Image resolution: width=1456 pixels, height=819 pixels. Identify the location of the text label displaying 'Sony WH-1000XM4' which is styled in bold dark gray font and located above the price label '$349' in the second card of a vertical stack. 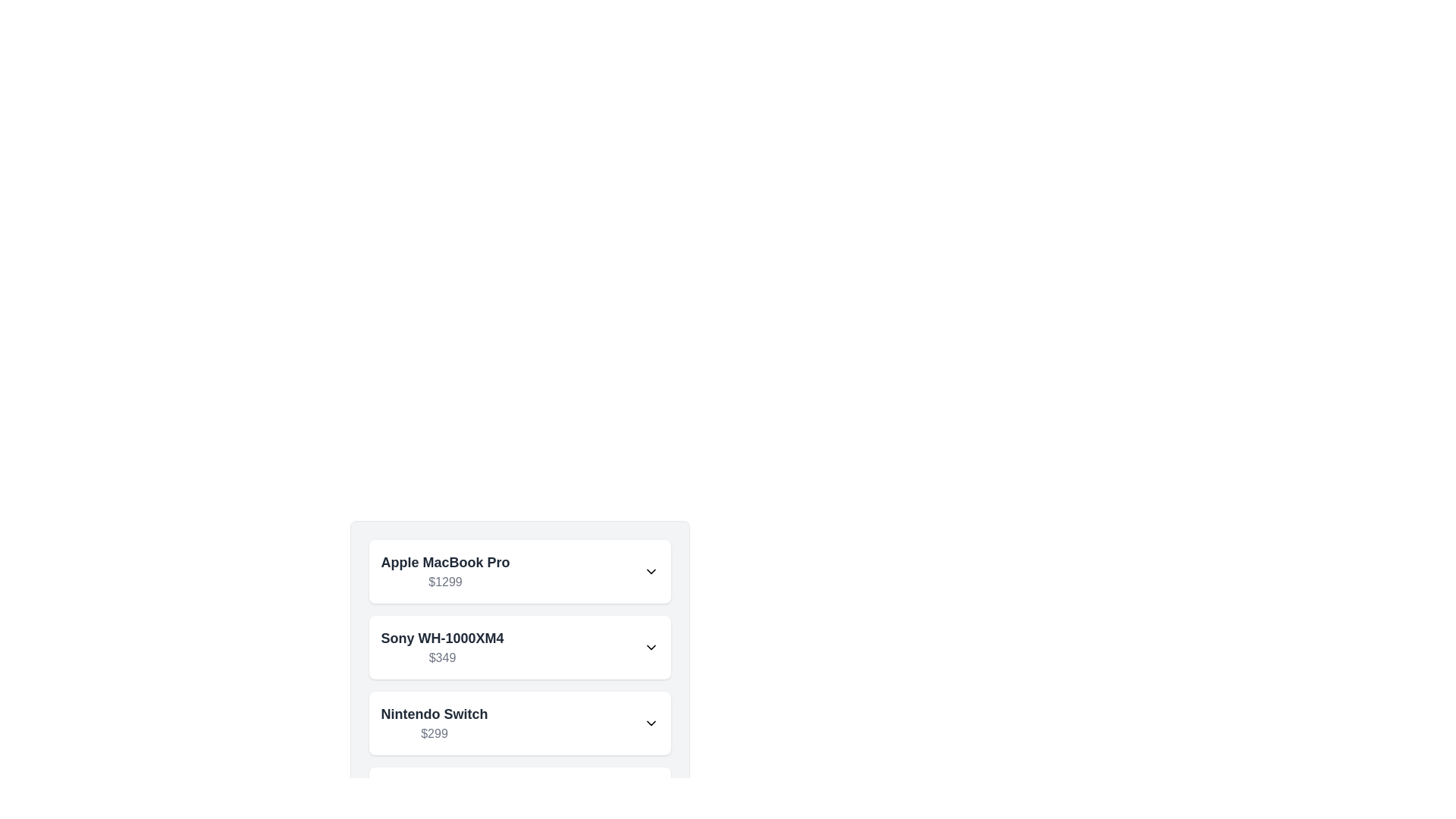
(441, 638).